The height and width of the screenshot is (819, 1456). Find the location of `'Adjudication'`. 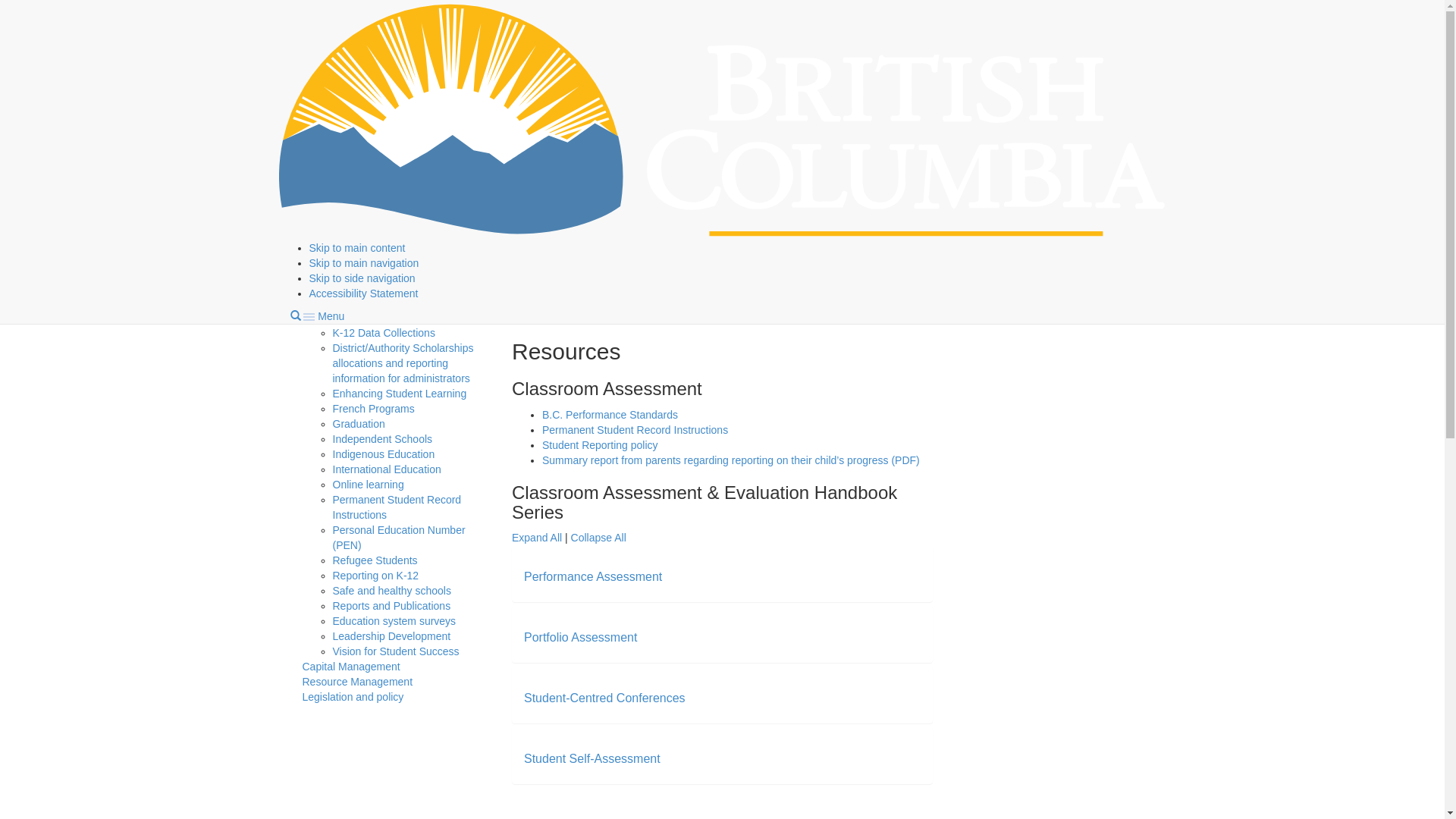

'Adjudication' is located at coordinates (391, 119).